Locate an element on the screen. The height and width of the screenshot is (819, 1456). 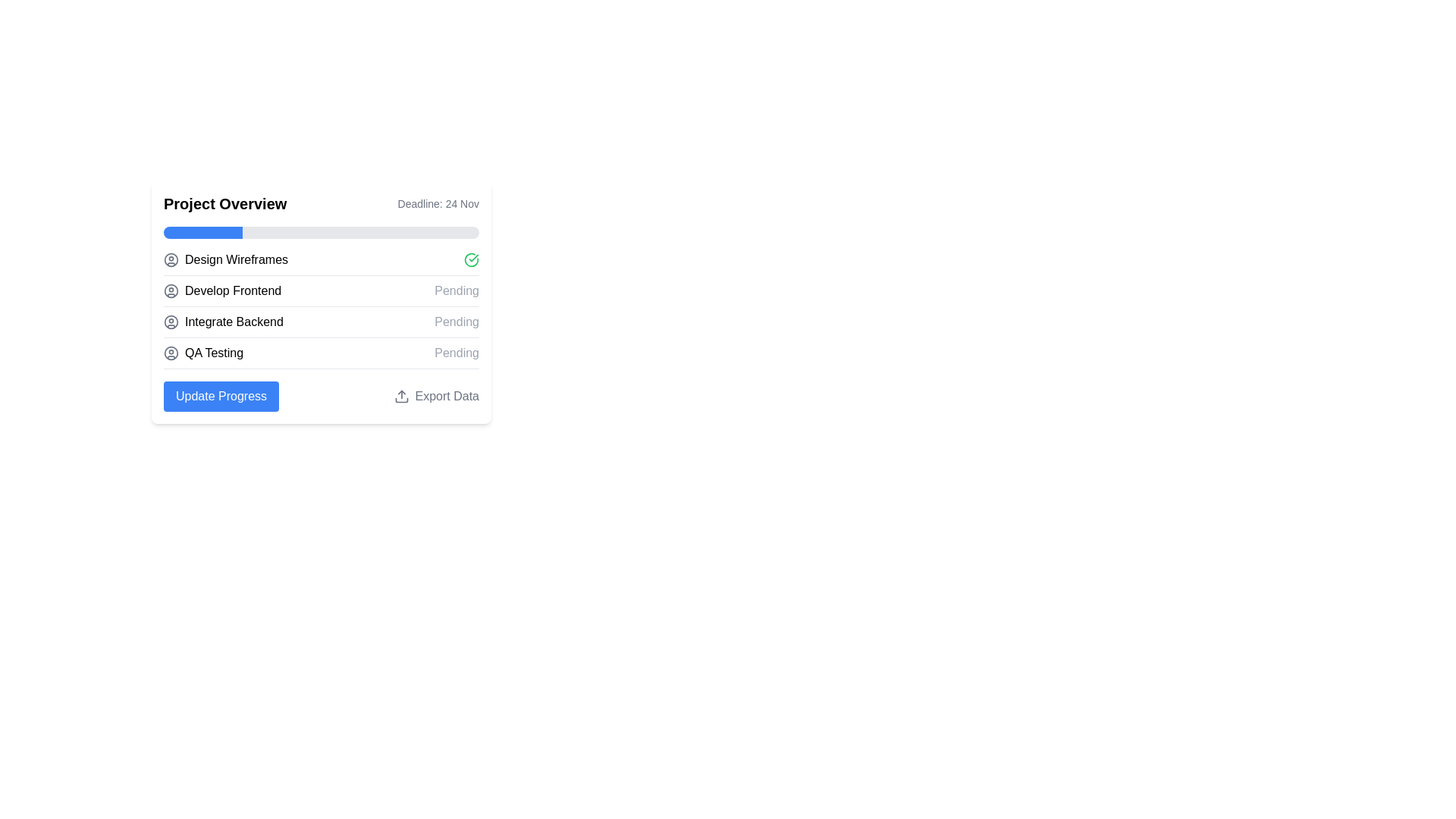
the icon representing the user associated with the 'QA Testing' task, located in the leftmost part of the entry labeled 'QA Testing' in the 'Project Overview' section is located at coordinates (171, 353).